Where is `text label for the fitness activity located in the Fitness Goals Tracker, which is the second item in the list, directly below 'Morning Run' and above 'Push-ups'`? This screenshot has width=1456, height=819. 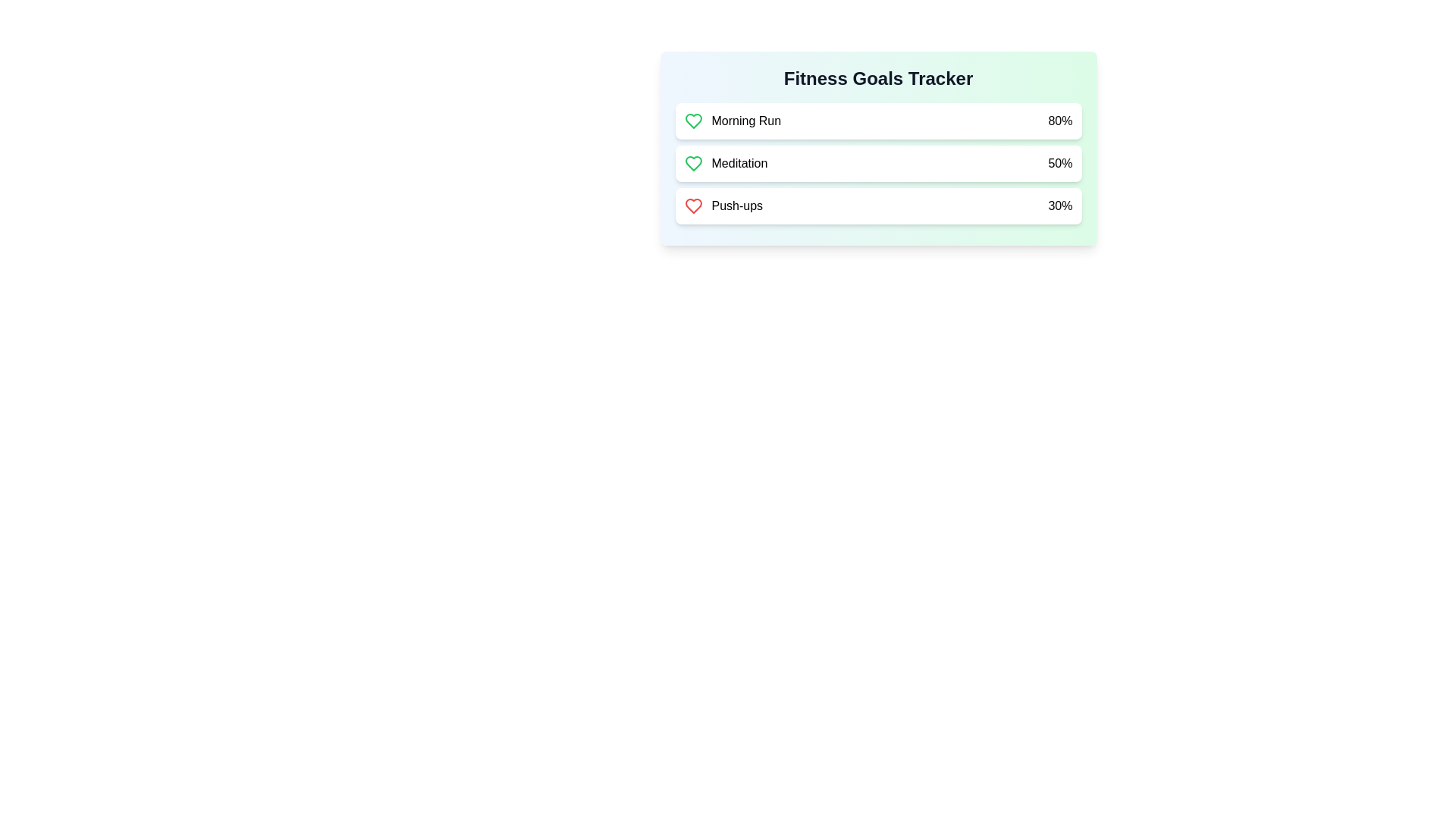 text label for the fitness activity located in the Fitness Goals Tracker, which is the second item in the list, directly below 'Morning Run' and above 'Push-ups' is located at coordinates (725, 164).